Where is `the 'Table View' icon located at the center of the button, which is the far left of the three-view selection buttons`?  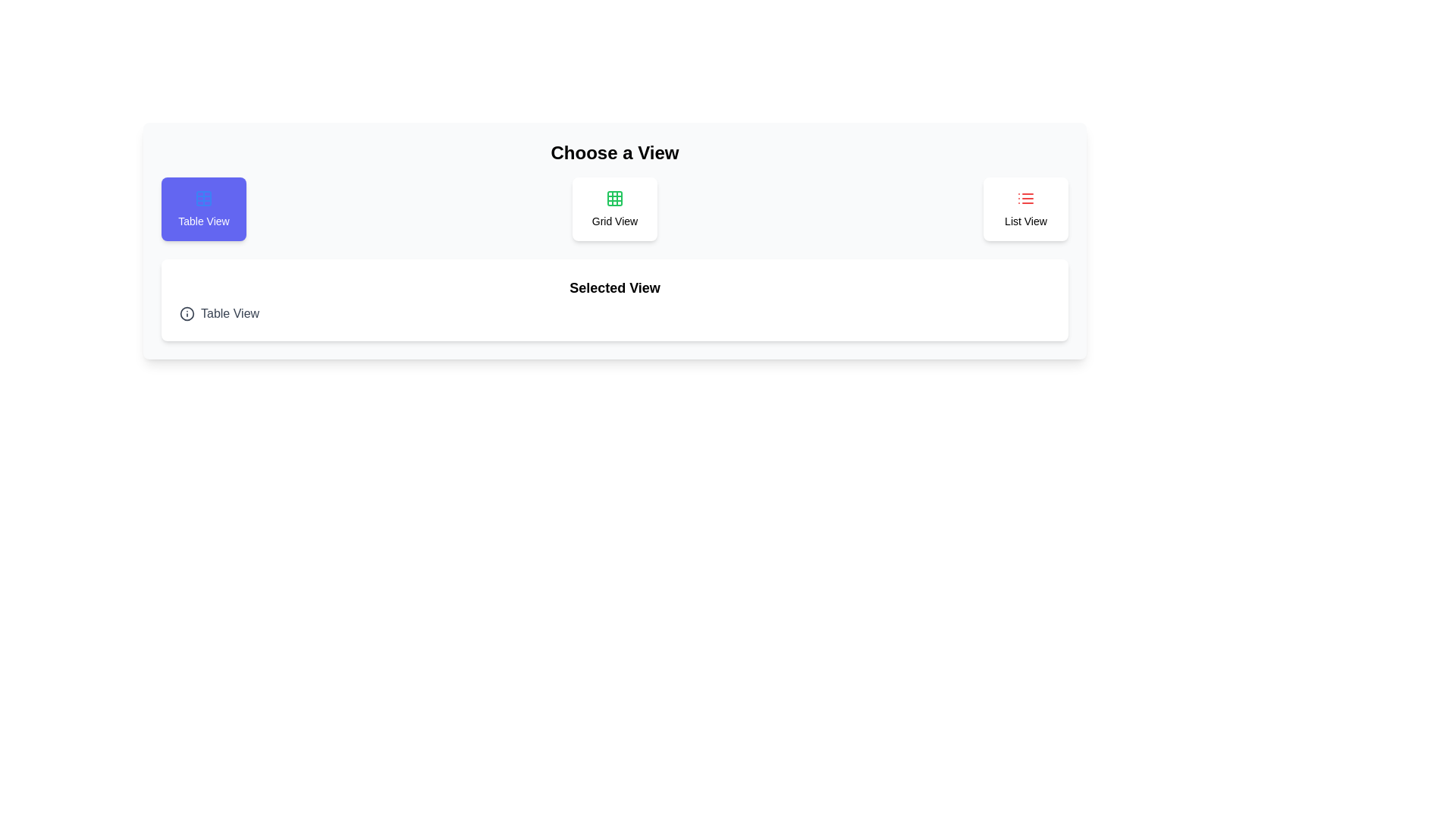 the 'Table View' icon located at the center of the button, which is the far left of the three-view selection buttons is located at coordinates (202, 198).